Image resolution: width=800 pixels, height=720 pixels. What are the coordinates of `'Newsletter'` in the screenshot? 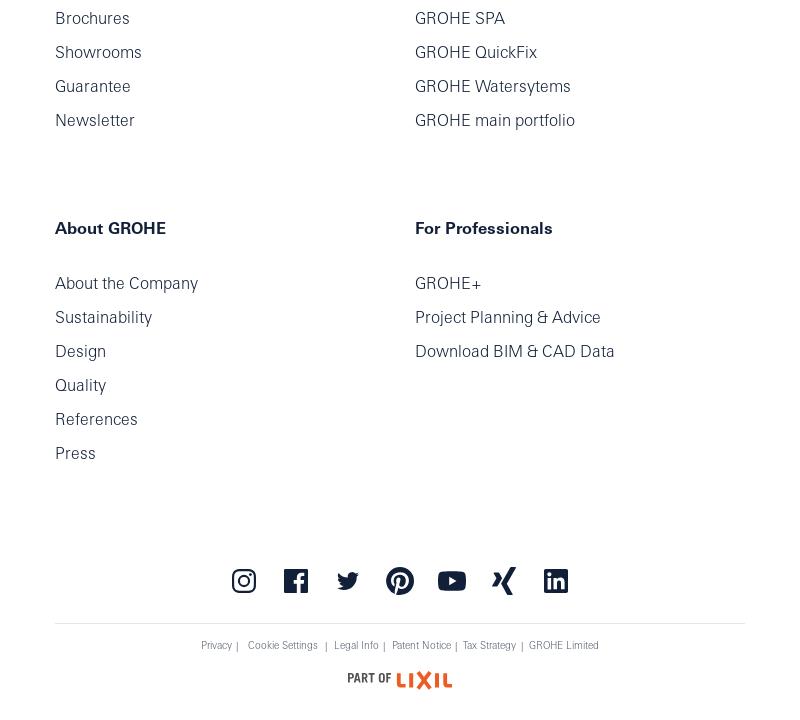 It's located at (95, 119).